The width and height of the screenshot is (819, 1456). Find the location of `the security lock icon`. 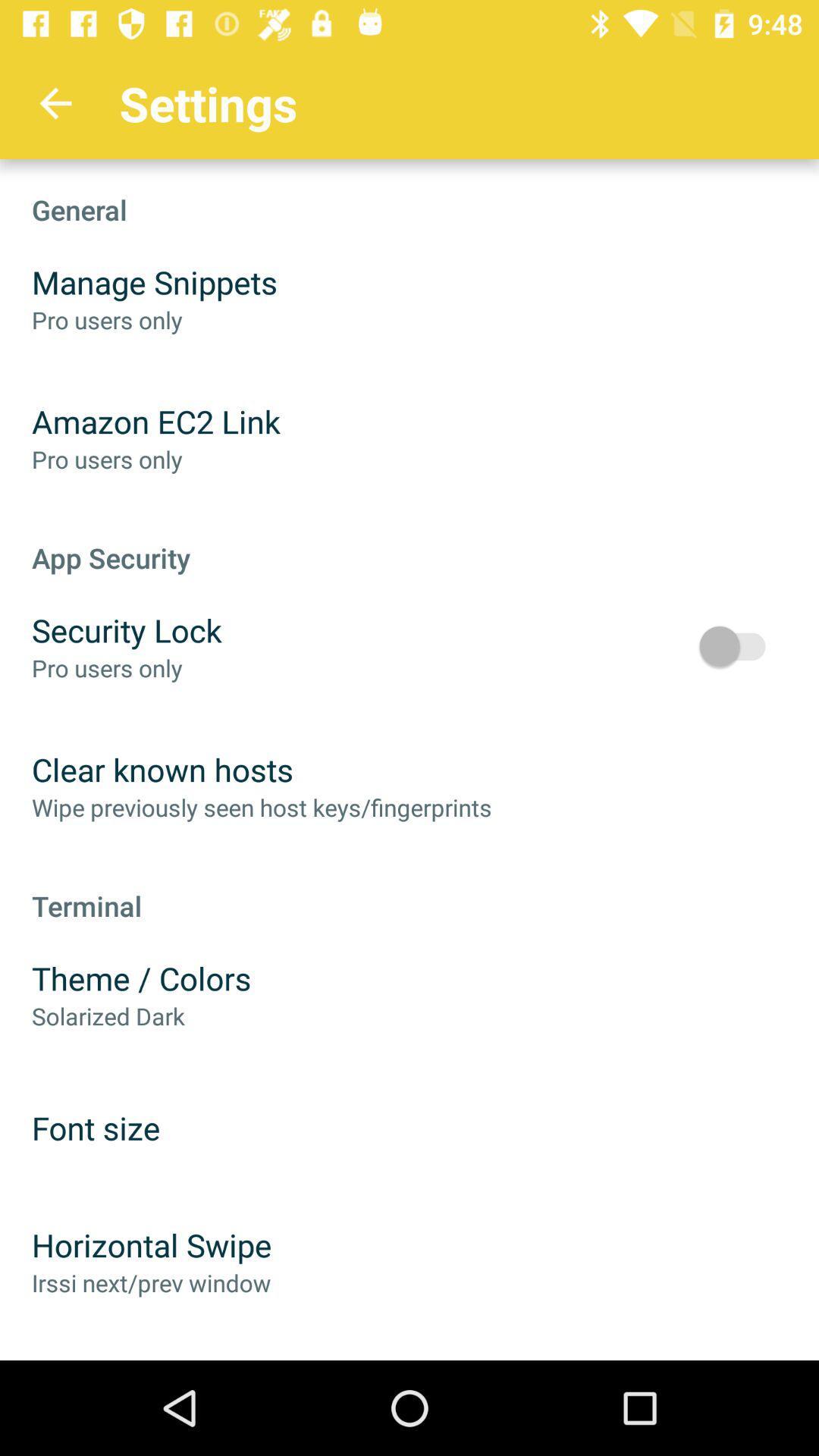

the security lock icon is located at coordinates (126, 629).